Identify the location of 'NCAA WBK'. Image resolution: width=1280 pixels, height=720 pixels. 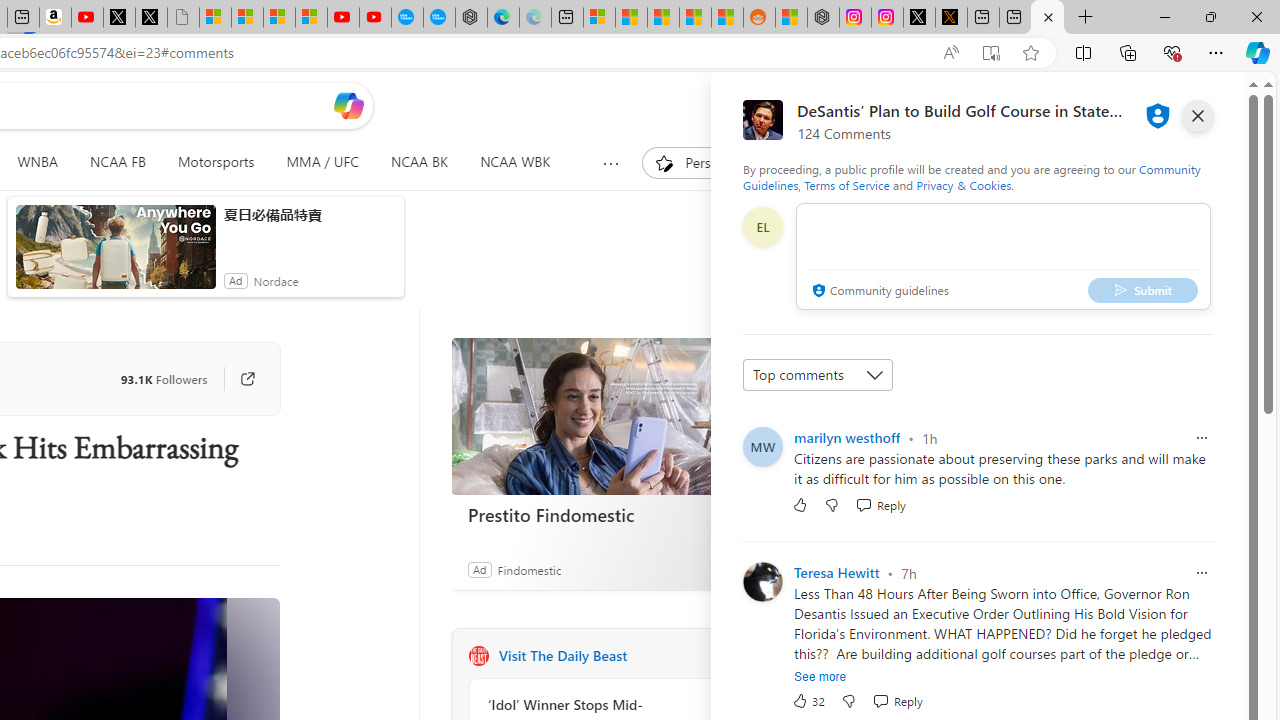
(515, 162).